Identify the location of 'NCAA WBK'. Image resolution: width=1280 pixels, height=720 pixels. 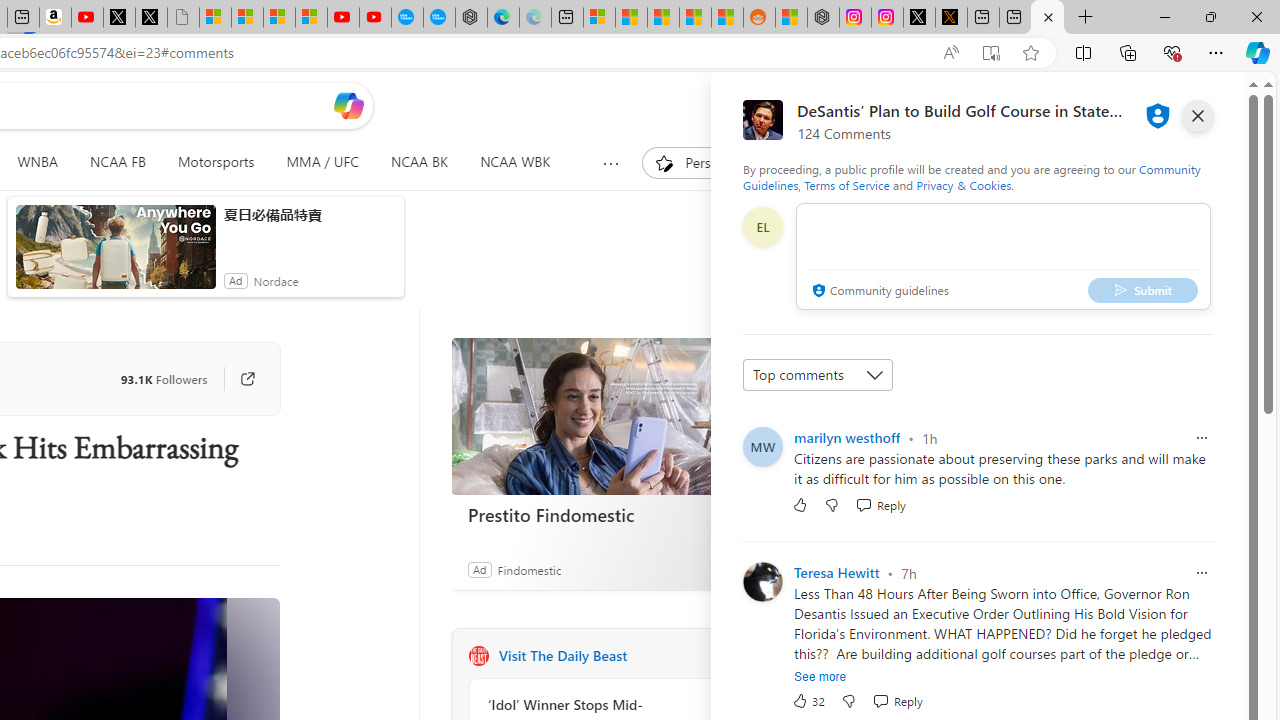
(515, 162).